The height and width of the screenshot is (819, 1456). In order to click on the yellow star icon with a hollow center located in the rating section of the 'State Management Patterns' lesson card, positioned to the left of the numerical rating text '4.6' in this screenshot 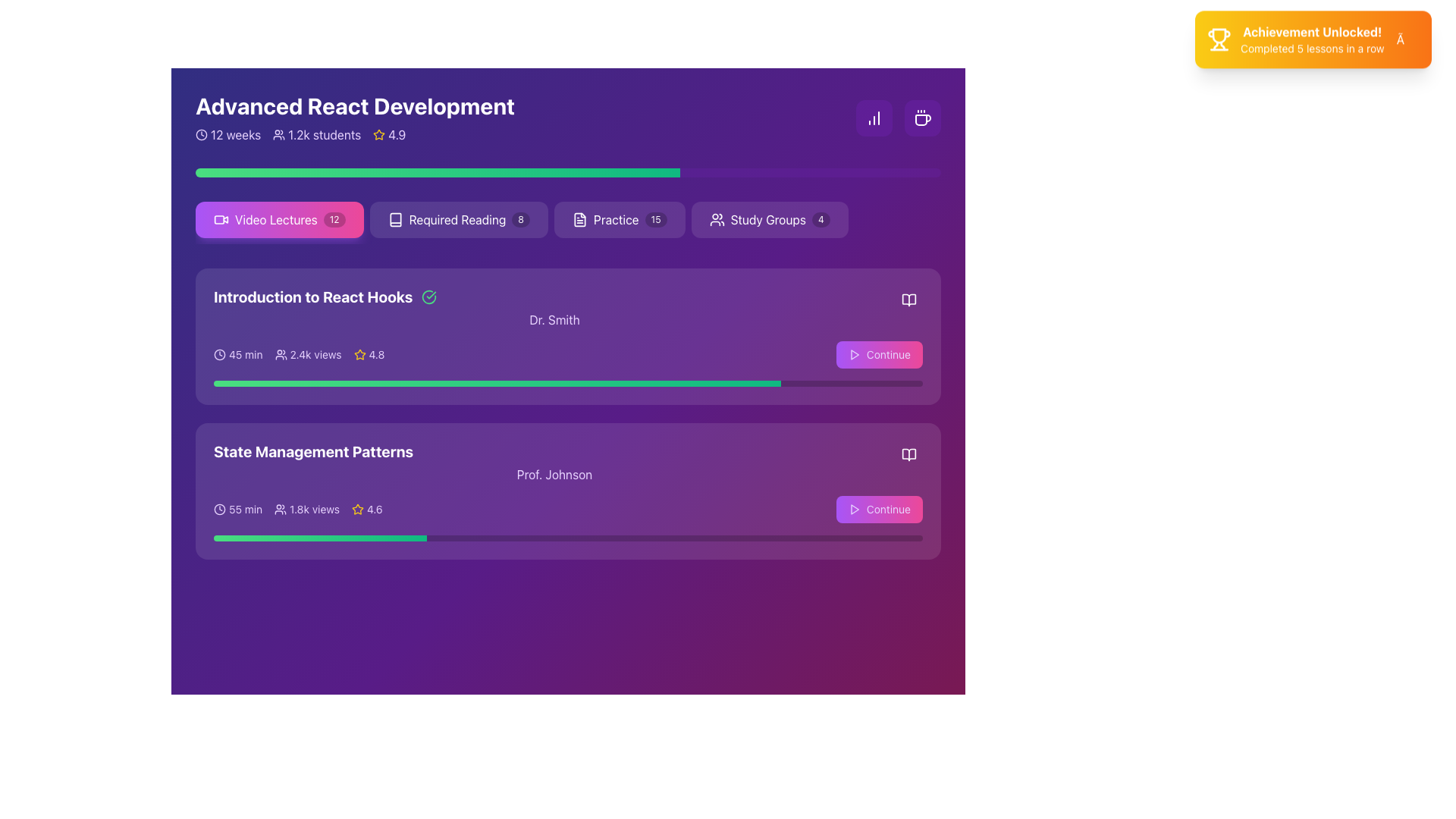, I will do `click(356, 509)`.